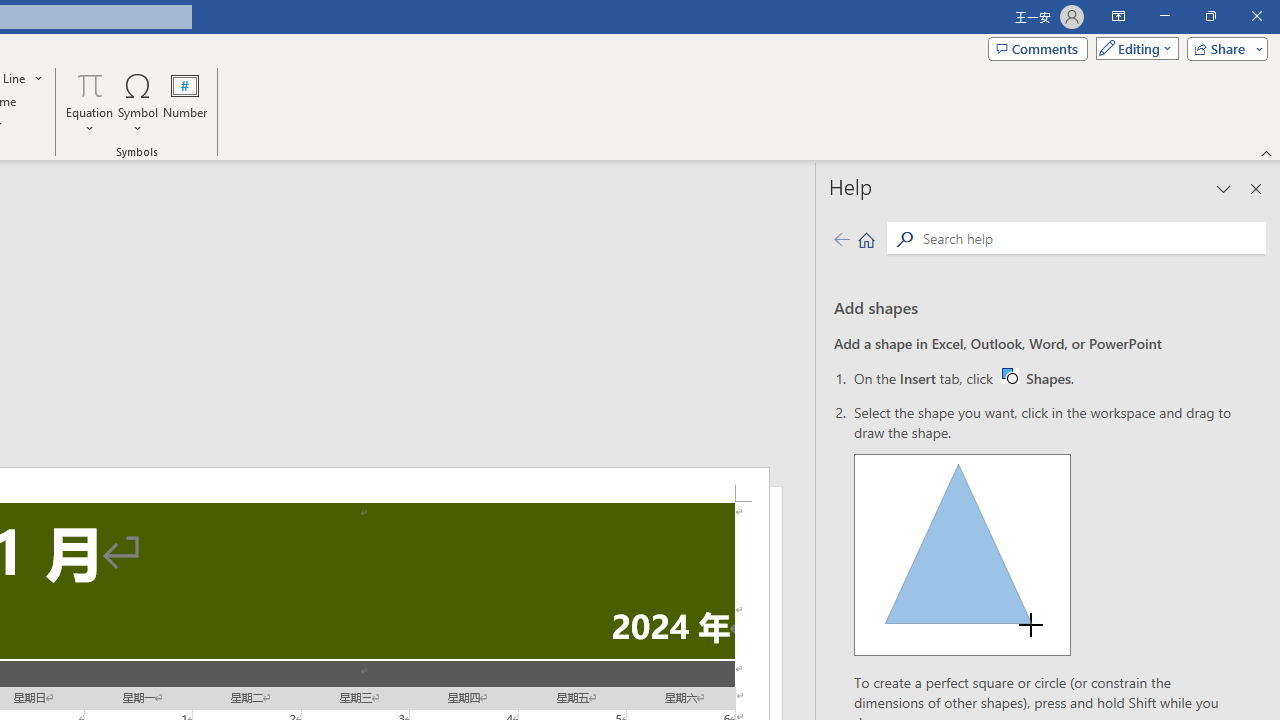  What do you see at coordinates (137, 103) in the screenshot?
I see `'Symbol'` at bounding box center [137, 103].